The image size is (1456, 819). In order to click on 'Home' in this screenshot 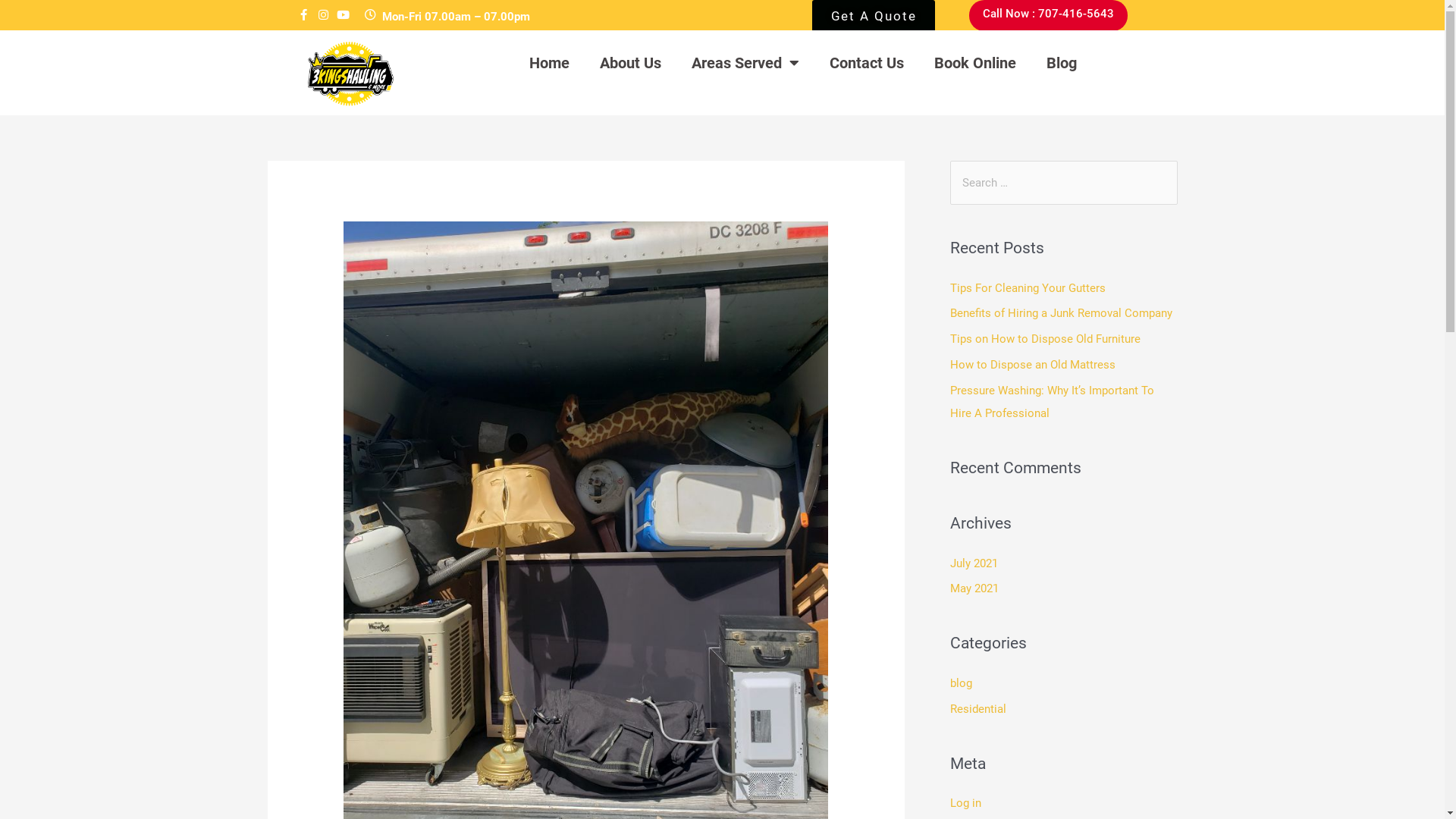, I will do `click(548, 62)`.